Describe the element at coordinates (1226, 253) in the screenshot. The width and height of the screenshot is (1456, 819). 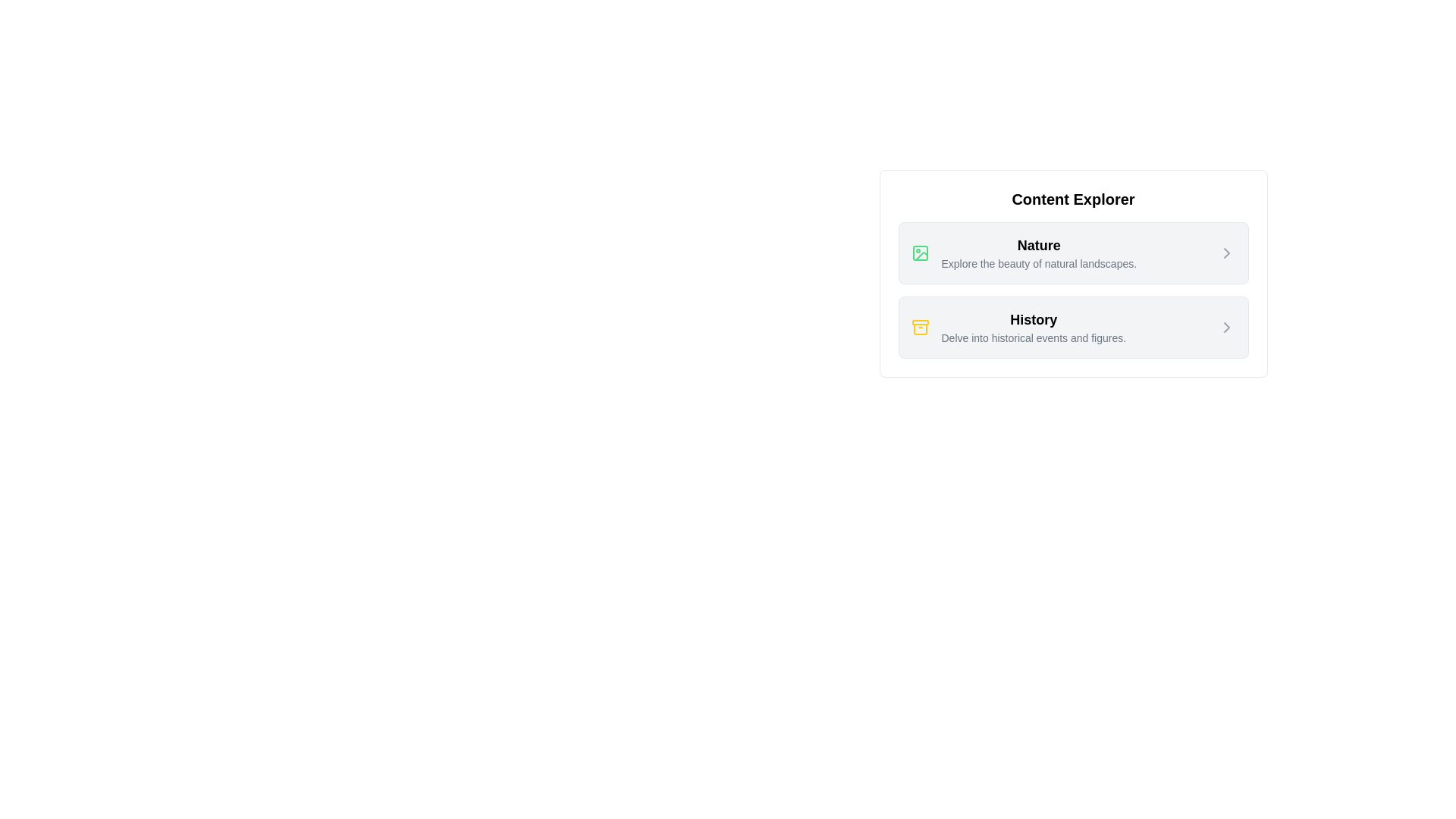
I see `the rightward-pointing gray chevron icon located at the far-right side of the 'Nature' card for potential visual feedback` at that location.